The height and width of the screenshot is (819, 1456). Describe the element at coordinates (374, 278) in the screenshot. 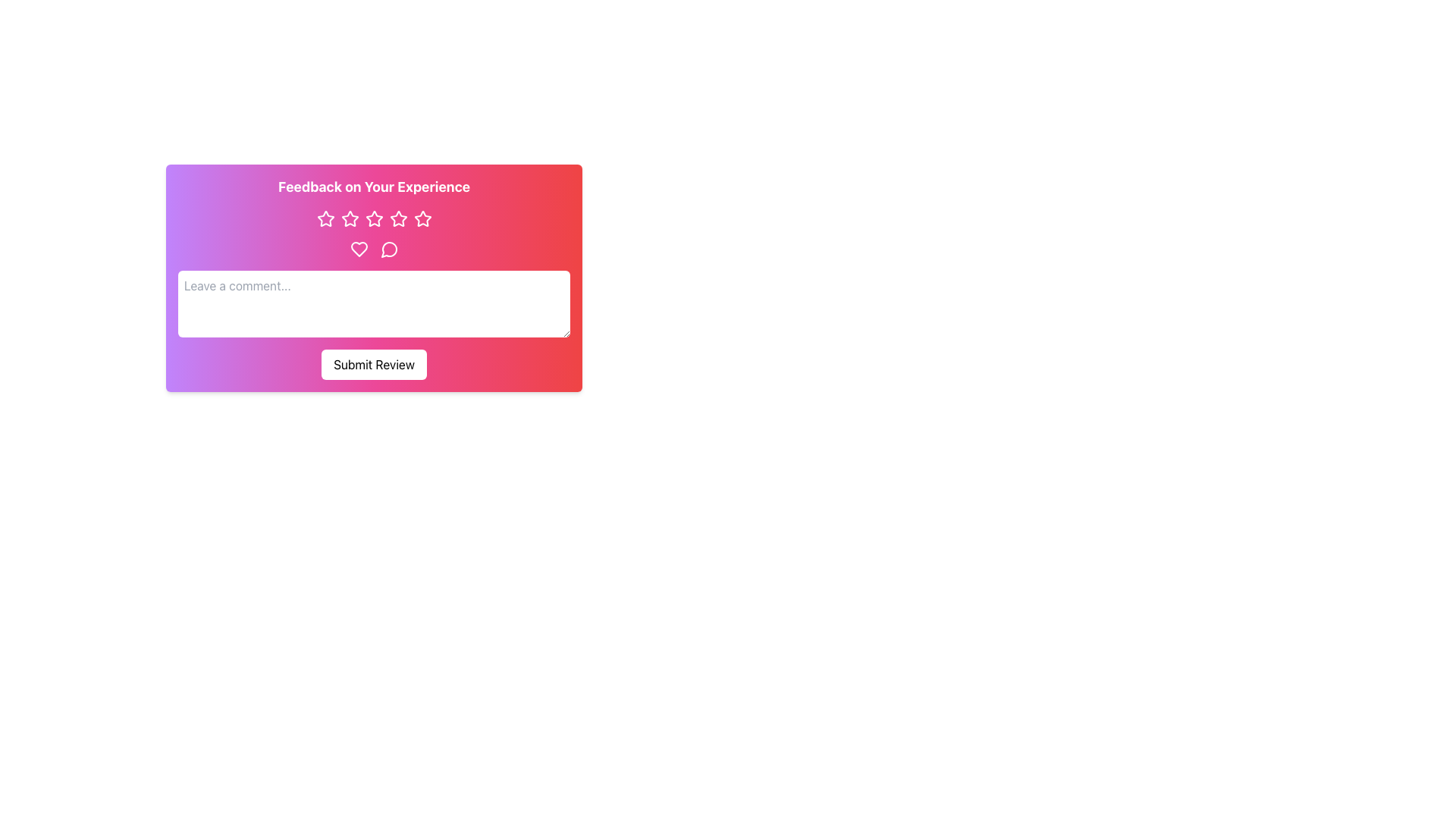

I see `the Text input field located beneath the star rating icons and above the 'Submit Review' button by using keyboard shortcuts for text interactions` at that location.